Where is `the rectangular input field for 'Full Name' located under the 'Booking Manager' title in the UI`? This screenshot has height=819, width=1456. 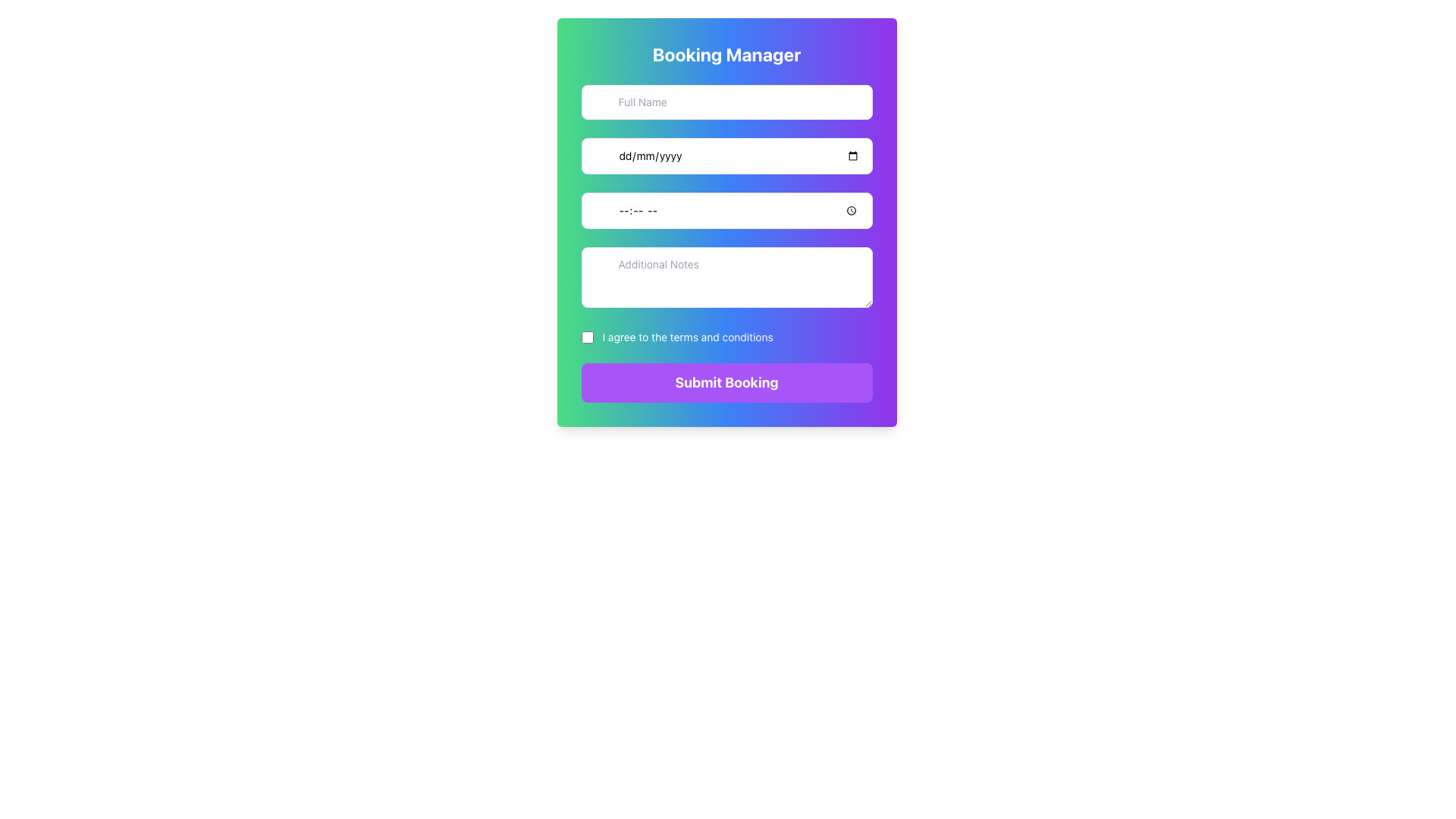
the rectangular input field for 'Full Name' located under the 'Booking Manager' title in the UI is located at coordinates (726, 102).